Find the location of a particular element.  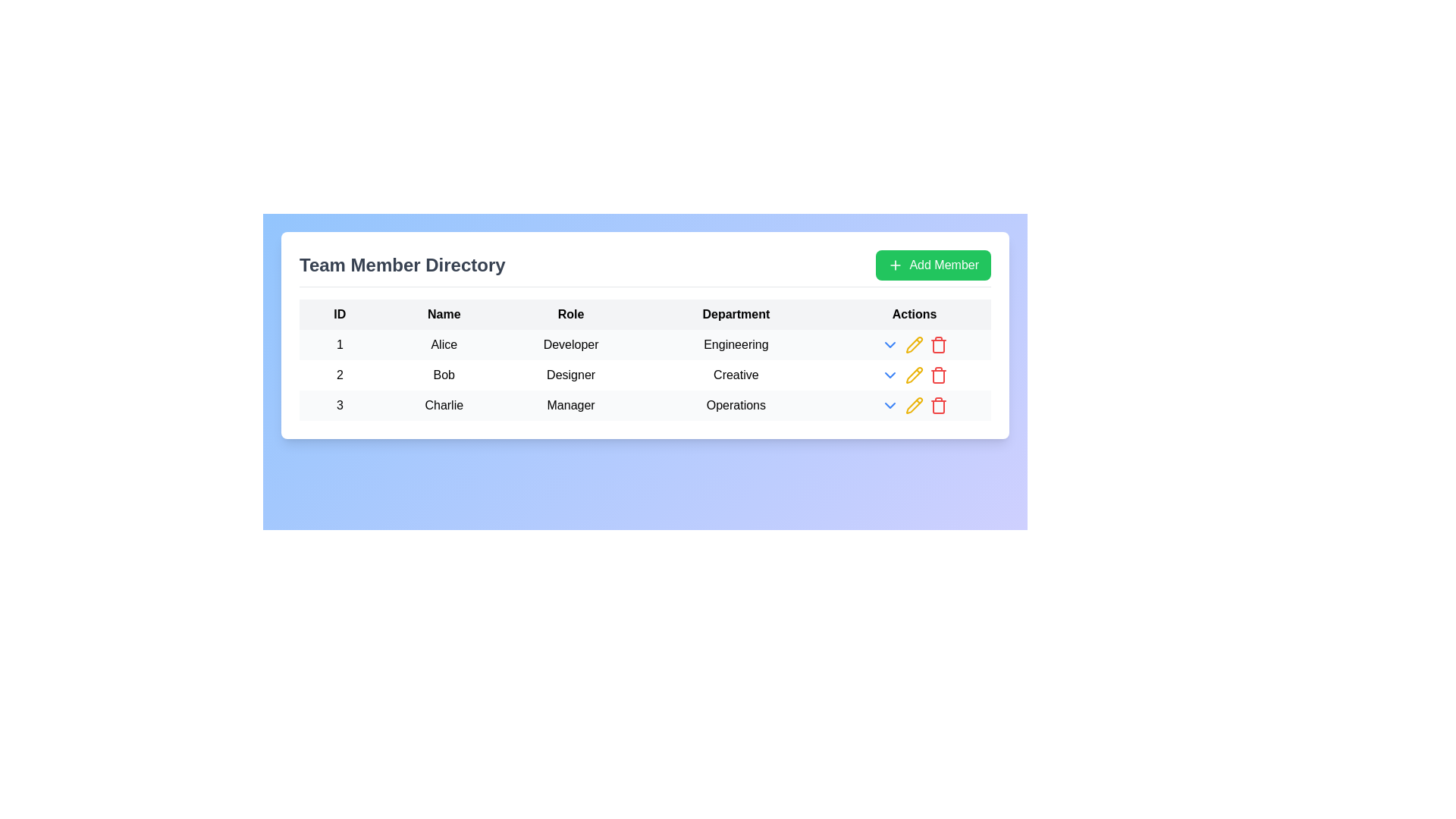

the text label displaying 'Engineering' in the Department column for Alice in the table is located at coordinates (736, 345).